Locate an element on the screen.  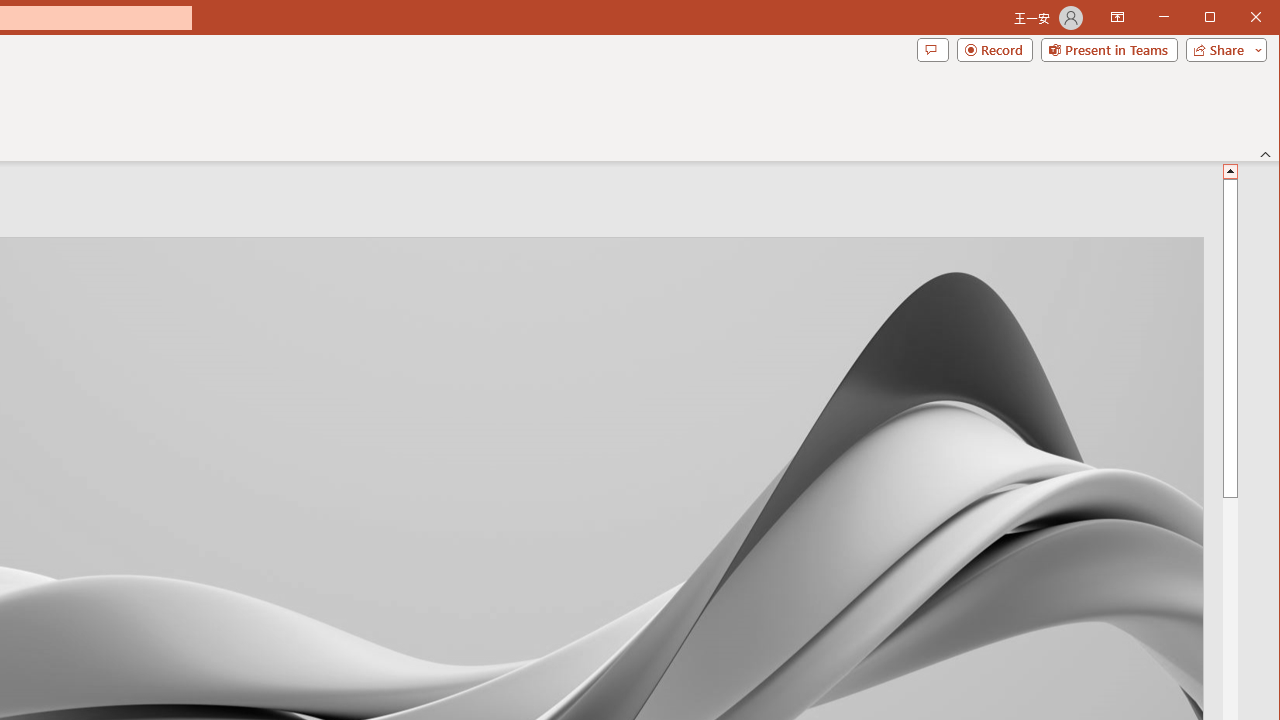
'Comments' is located at coordinates (931, 49).